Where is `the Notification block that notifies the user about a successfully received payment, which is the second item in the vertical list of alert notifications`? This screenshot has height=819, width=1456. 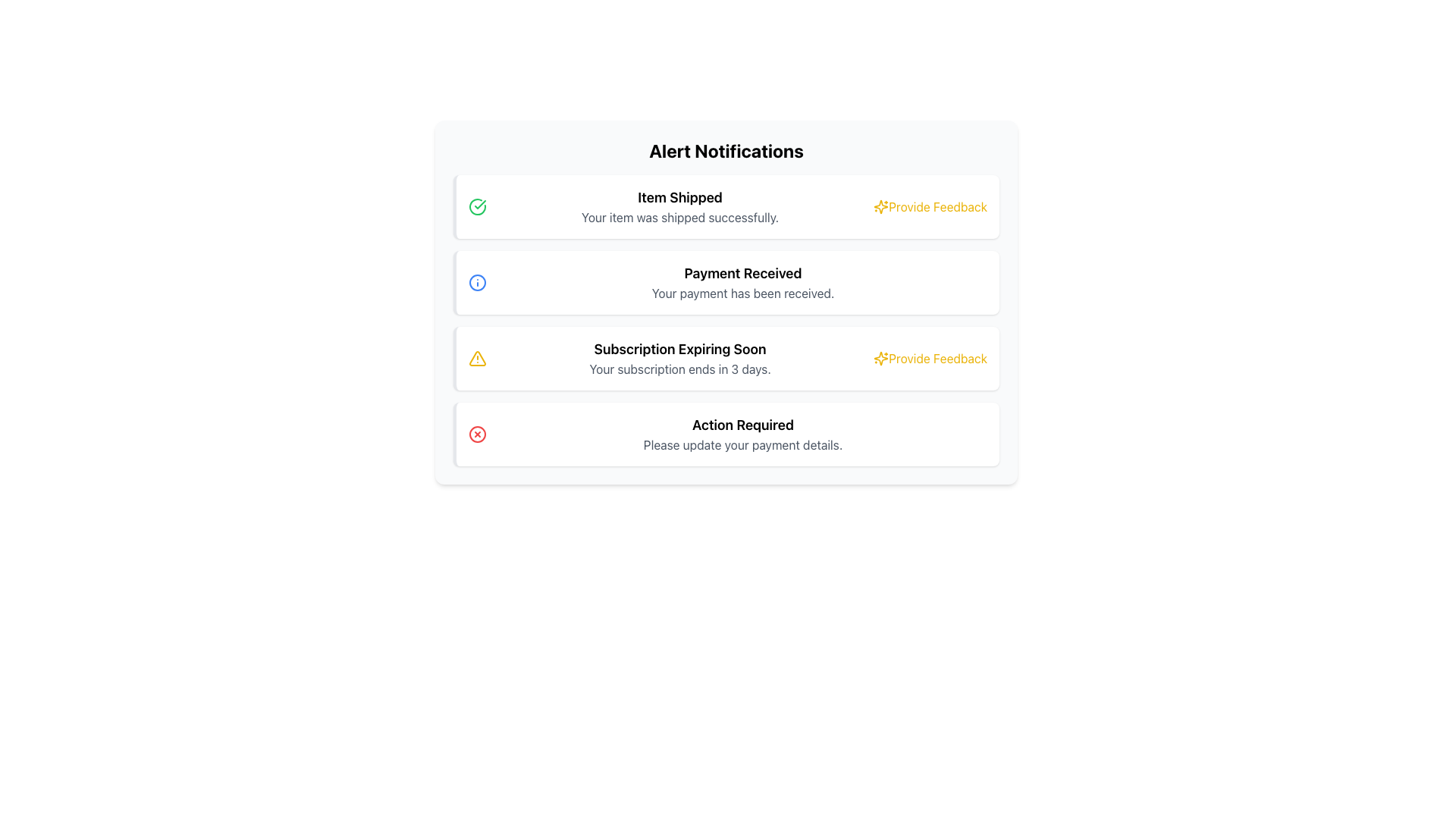
the Notification block that notifies the user about a successfully received payment, which is the second item in the vertical list of alert notifications is located at coordinates (742, 283).